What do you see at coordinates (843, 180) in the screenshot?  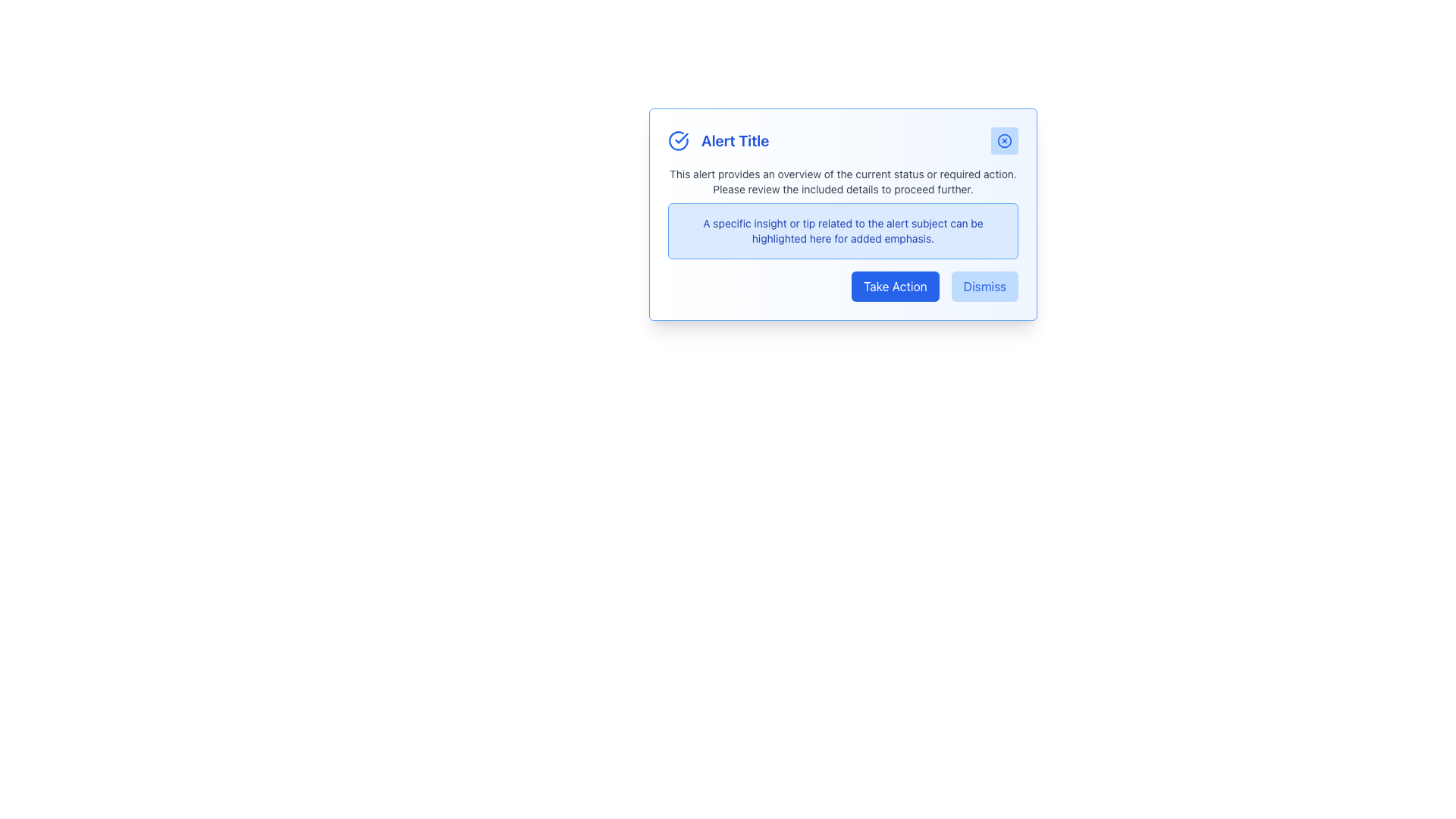 I see `the Text block that provides detailed description or context for the alert displayed in the card, positioned below the 'Alert Title' and above the highlighted tip section` at bounding box center [843, 180].